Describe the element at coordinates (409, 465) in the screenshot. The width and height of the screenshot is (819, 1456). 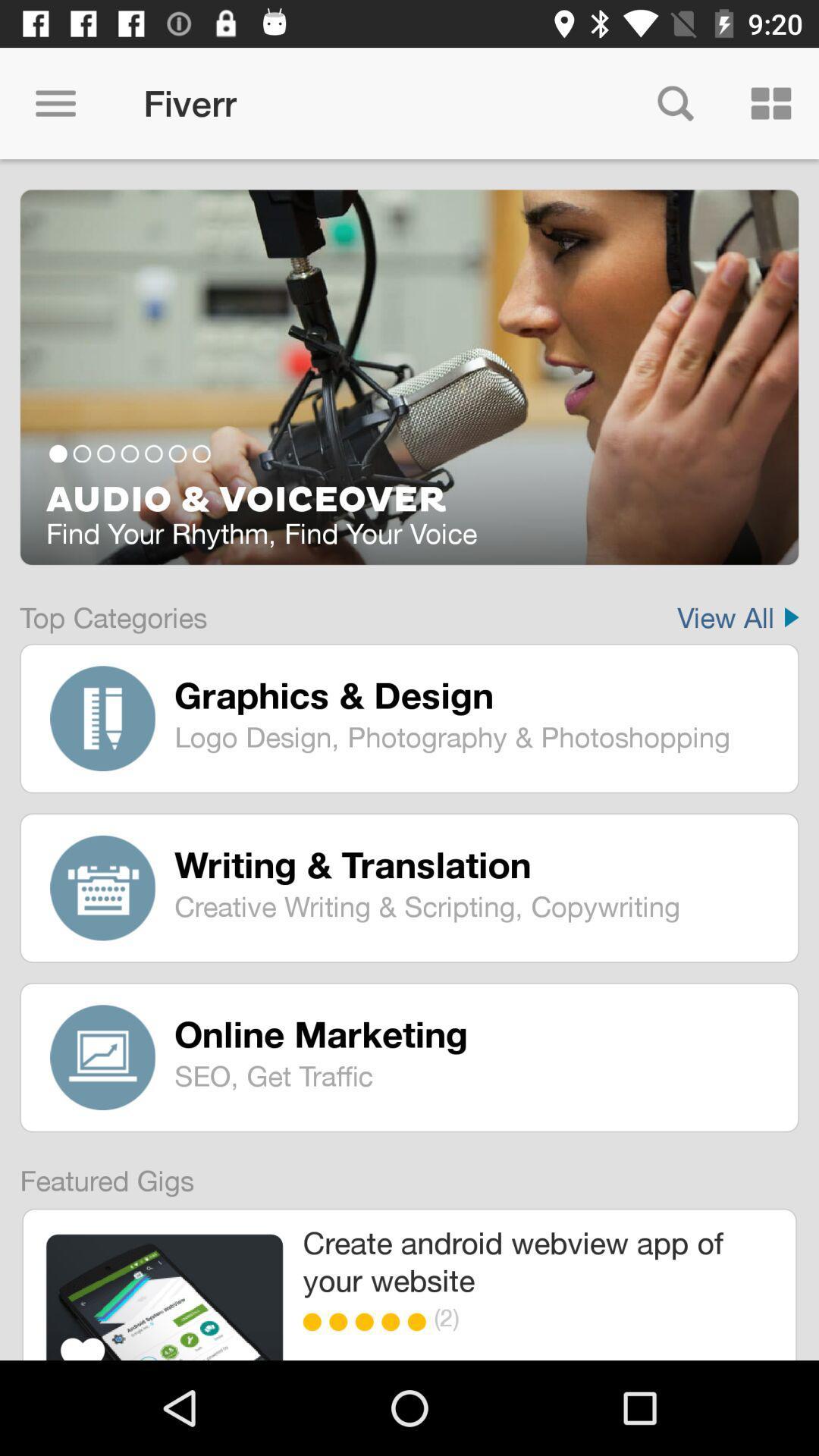
I see `the item above top categories icon` at that location.